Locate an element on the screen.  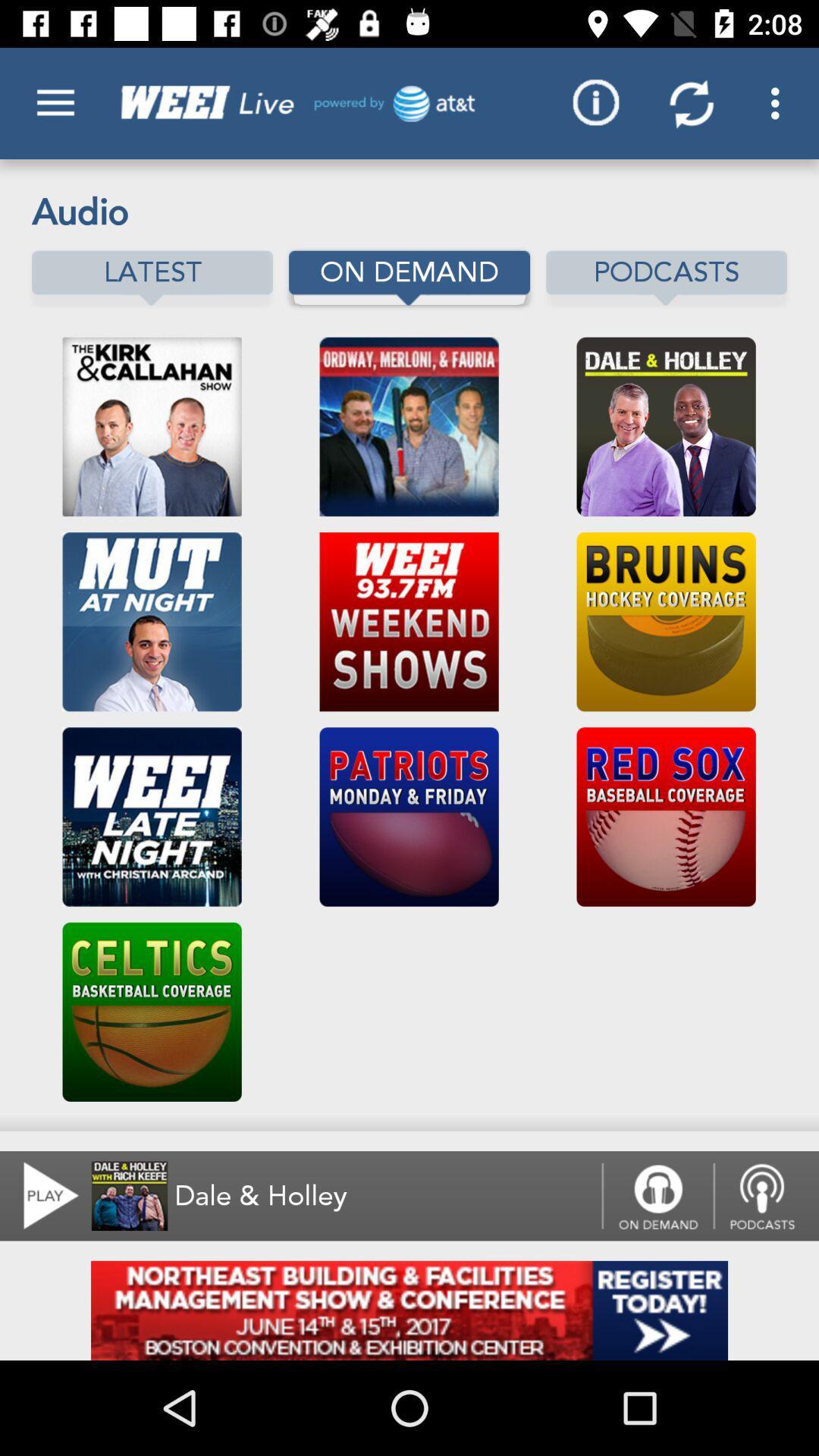
the location icon is located at coordinates (766, 1195).